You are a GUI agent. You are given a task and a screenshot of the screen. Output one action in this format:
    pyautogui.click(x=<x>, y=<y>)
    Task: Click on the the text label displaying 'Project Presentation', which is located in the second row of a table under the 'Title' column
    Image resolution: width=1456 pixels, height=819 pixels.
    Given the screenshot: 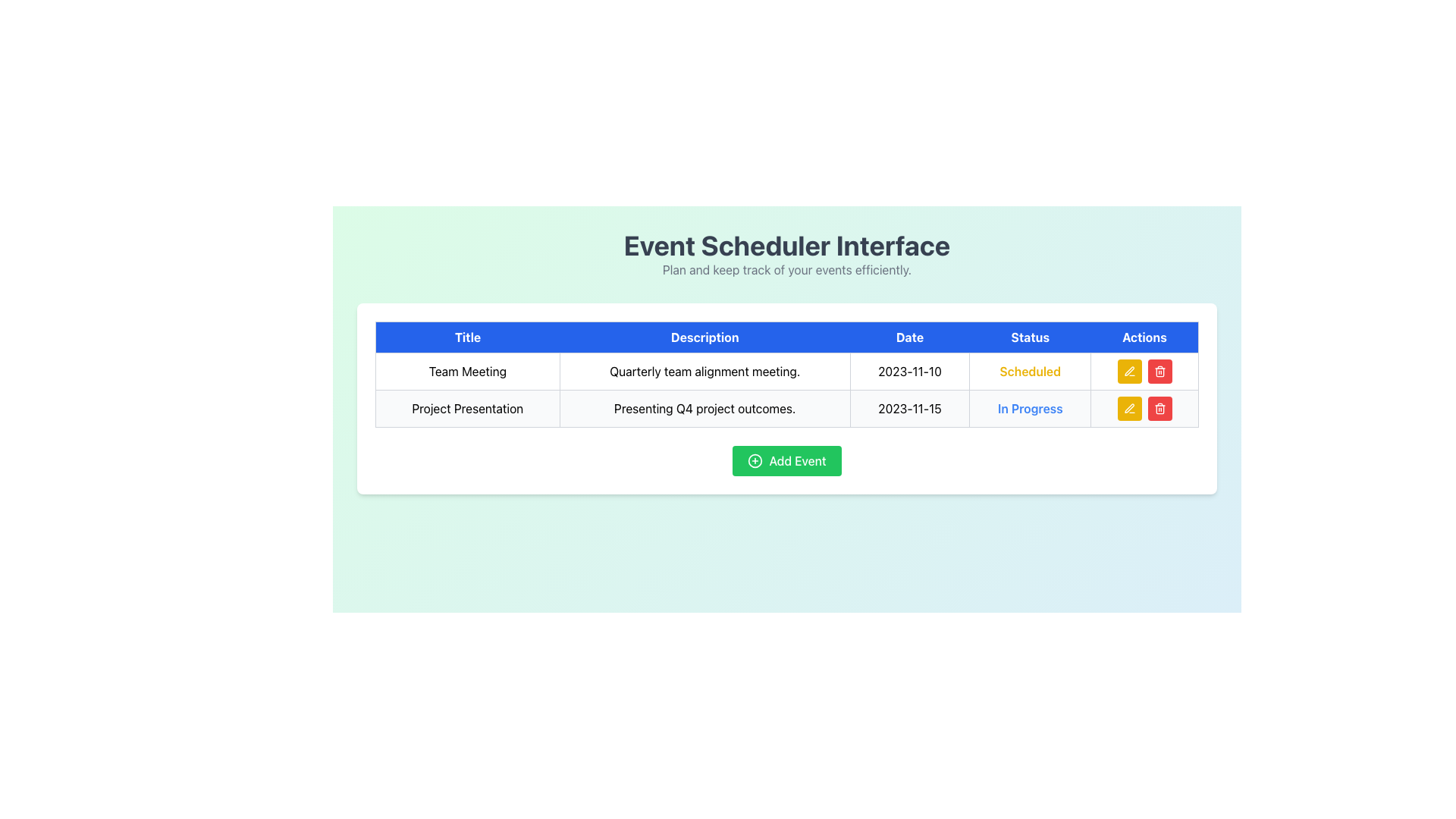 What is the action you would take?
    pyautogui.click(x=466, y=408)
    